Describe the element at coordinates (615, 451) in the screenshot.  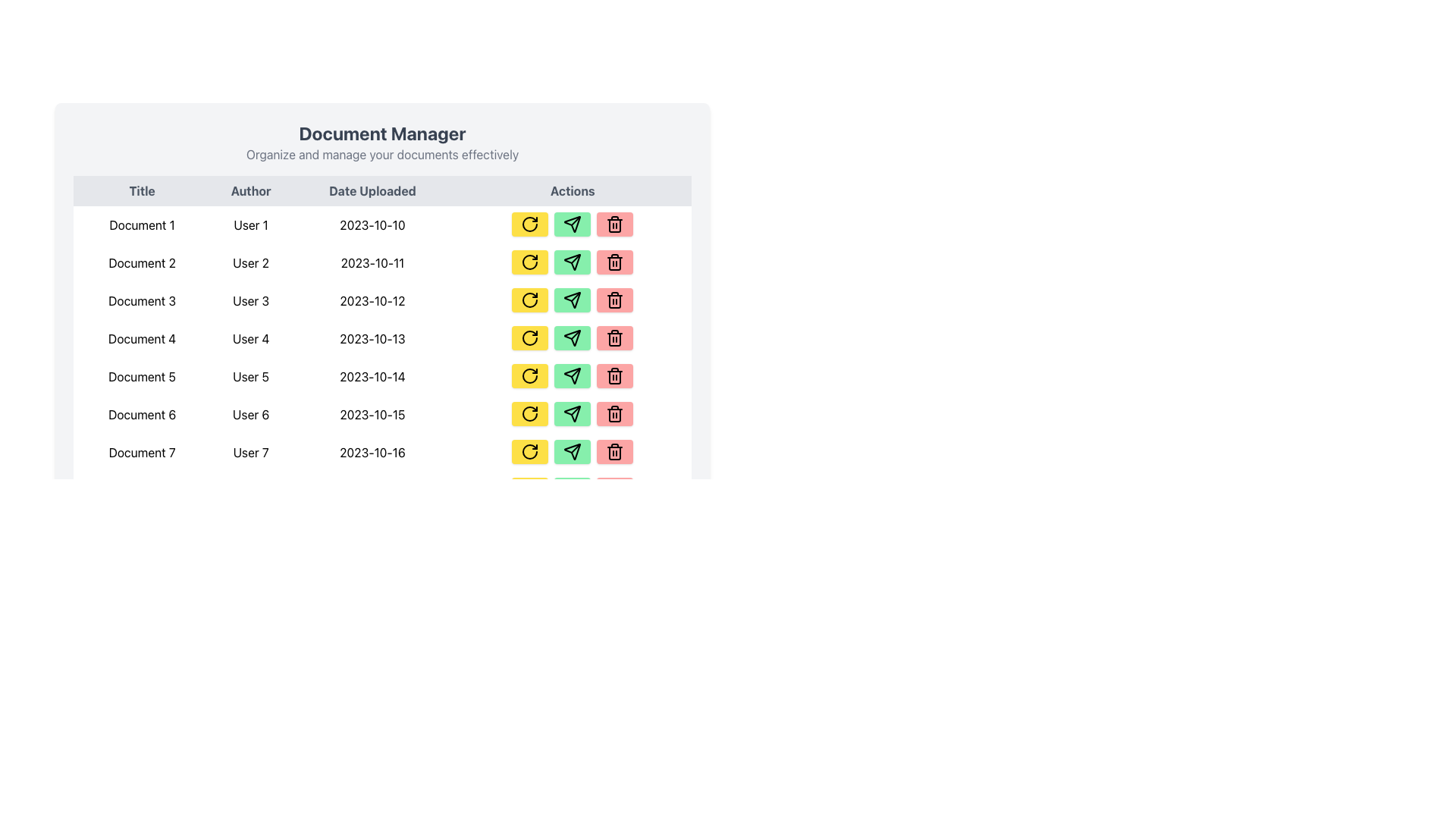
I see `the rounded rectangular red button with a trash can icon, which is the third button in the 'Actions' column of the seventh row in the table, to observe visual feedback` at that location.